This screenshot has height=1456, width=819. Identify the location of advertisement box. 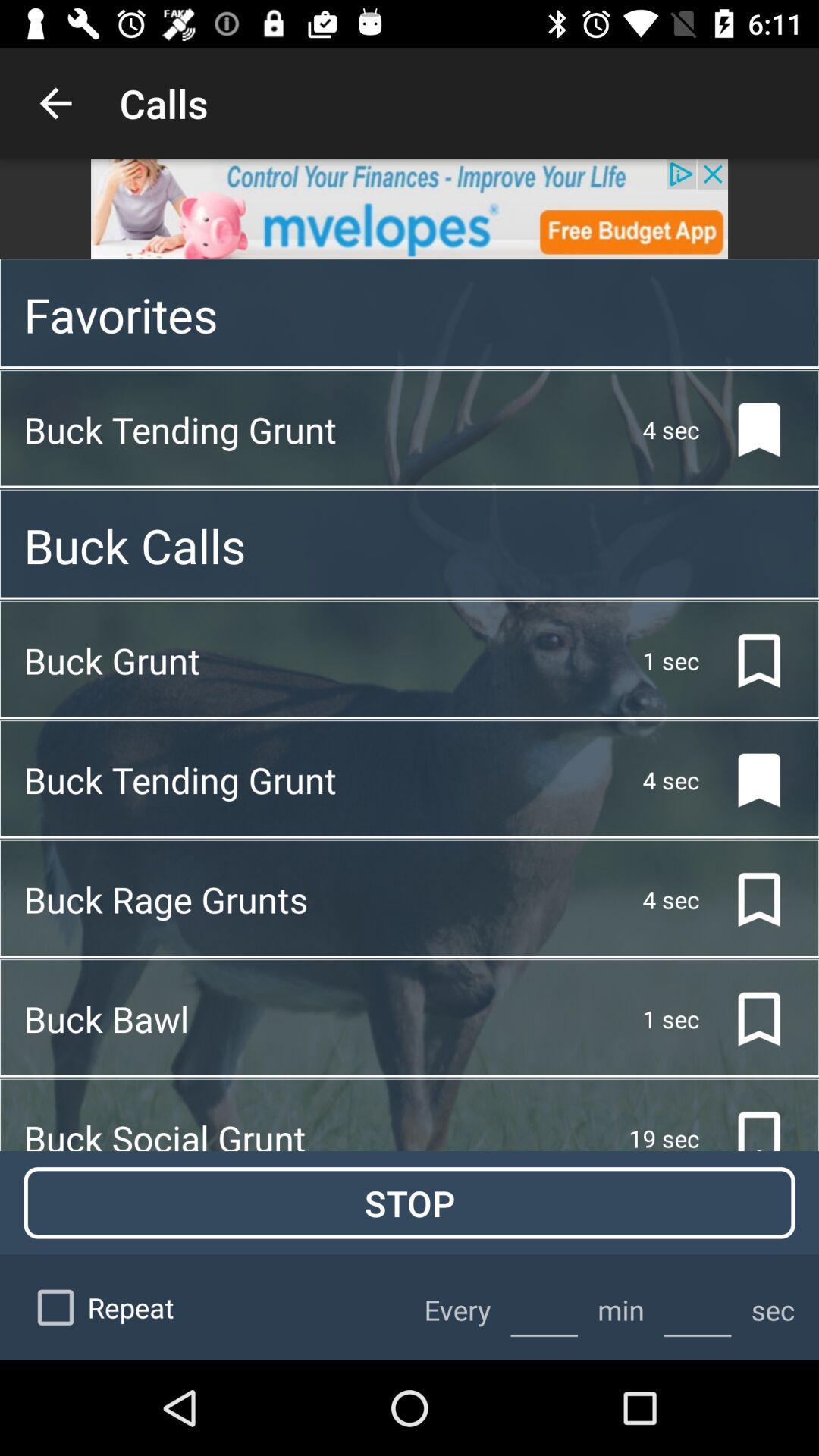
(409, 208).